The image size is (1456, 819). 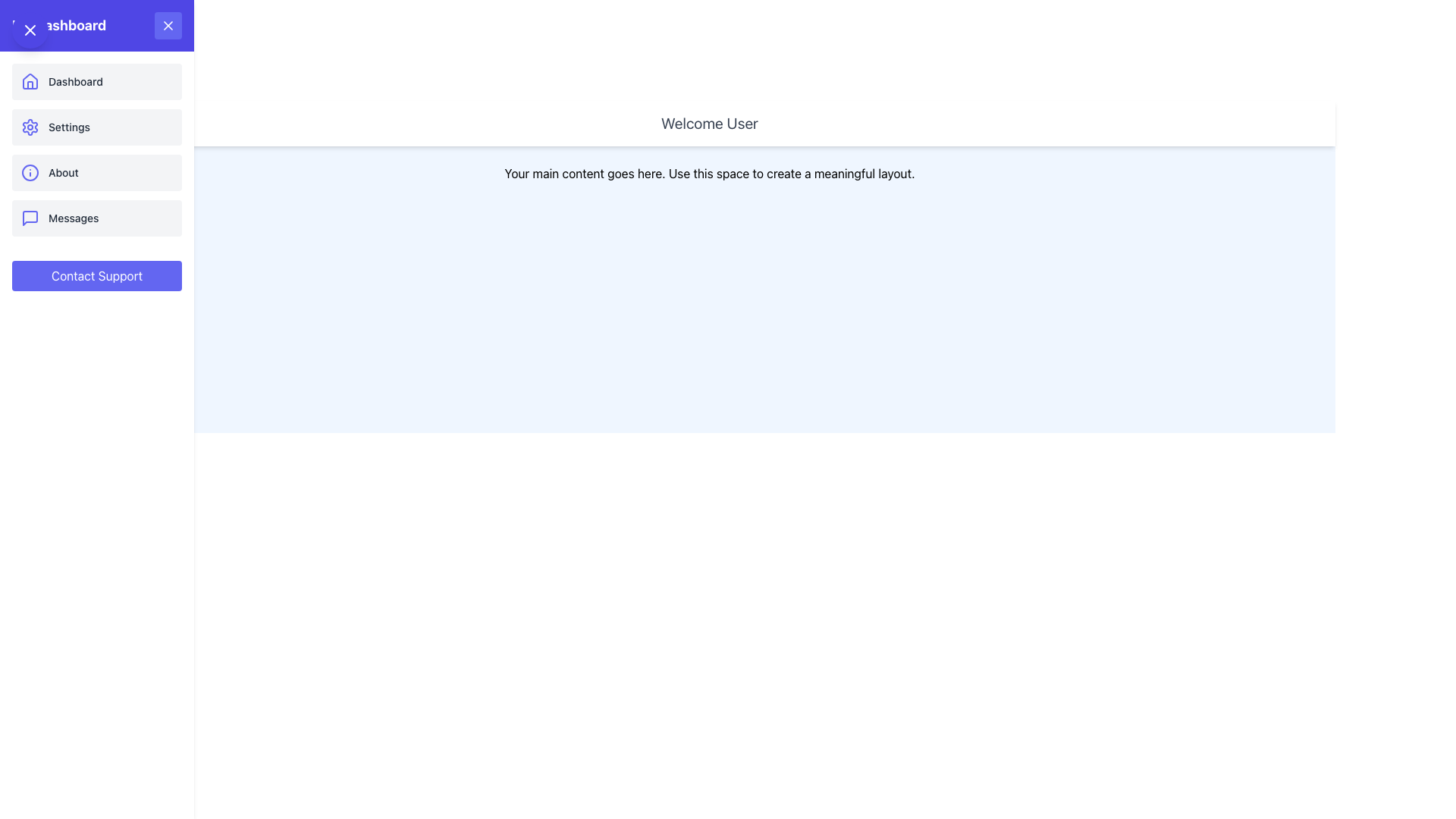 What do you see at coordinates (96, 218) in the screenshot?
I see `the 'Messages' navigation button located in the left sidebar, which is the fourth item in the list, to change its background and text color` at bounding box center [96, 218].